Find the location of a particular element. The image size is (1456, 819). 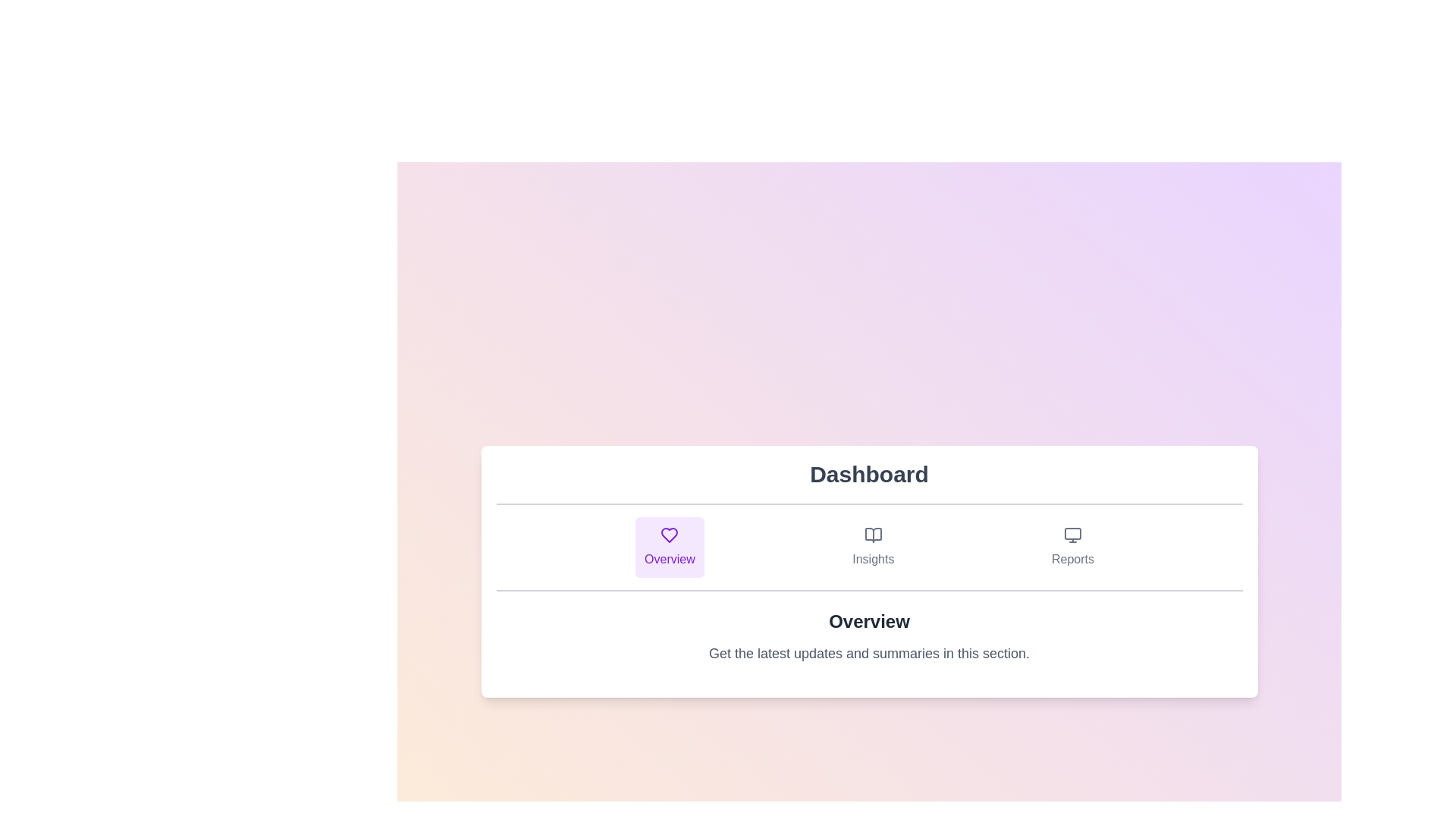

the Reports tab by clicking on its button is located at coordinates (1072, 547).